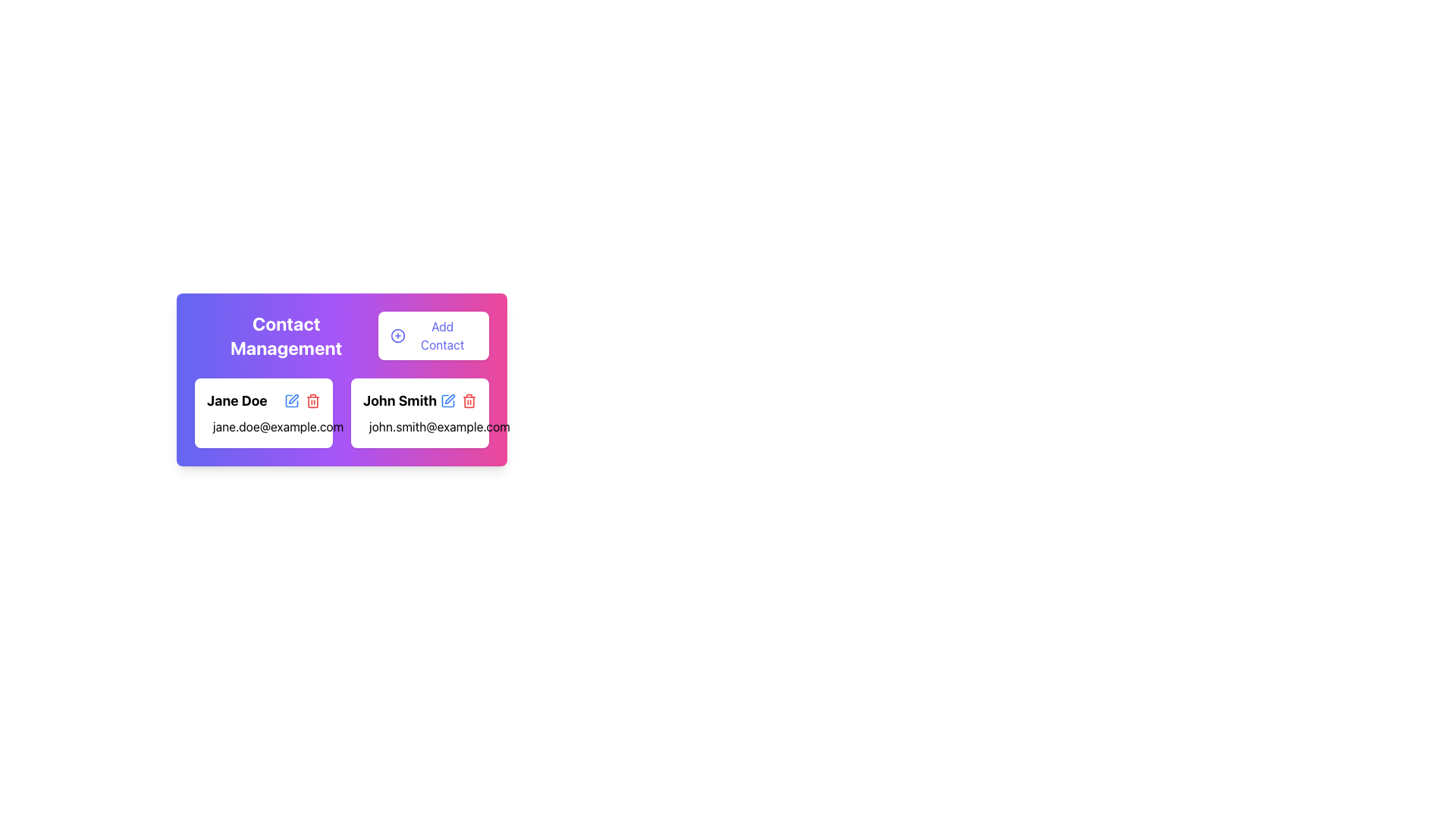 The image size is (1456, 819). I want to click on the button that allows the user to initiate editing of the contact details for 'John Smith', which is located to the right of the name and is the leftmost among the blue and red icons, so click(447, 400).